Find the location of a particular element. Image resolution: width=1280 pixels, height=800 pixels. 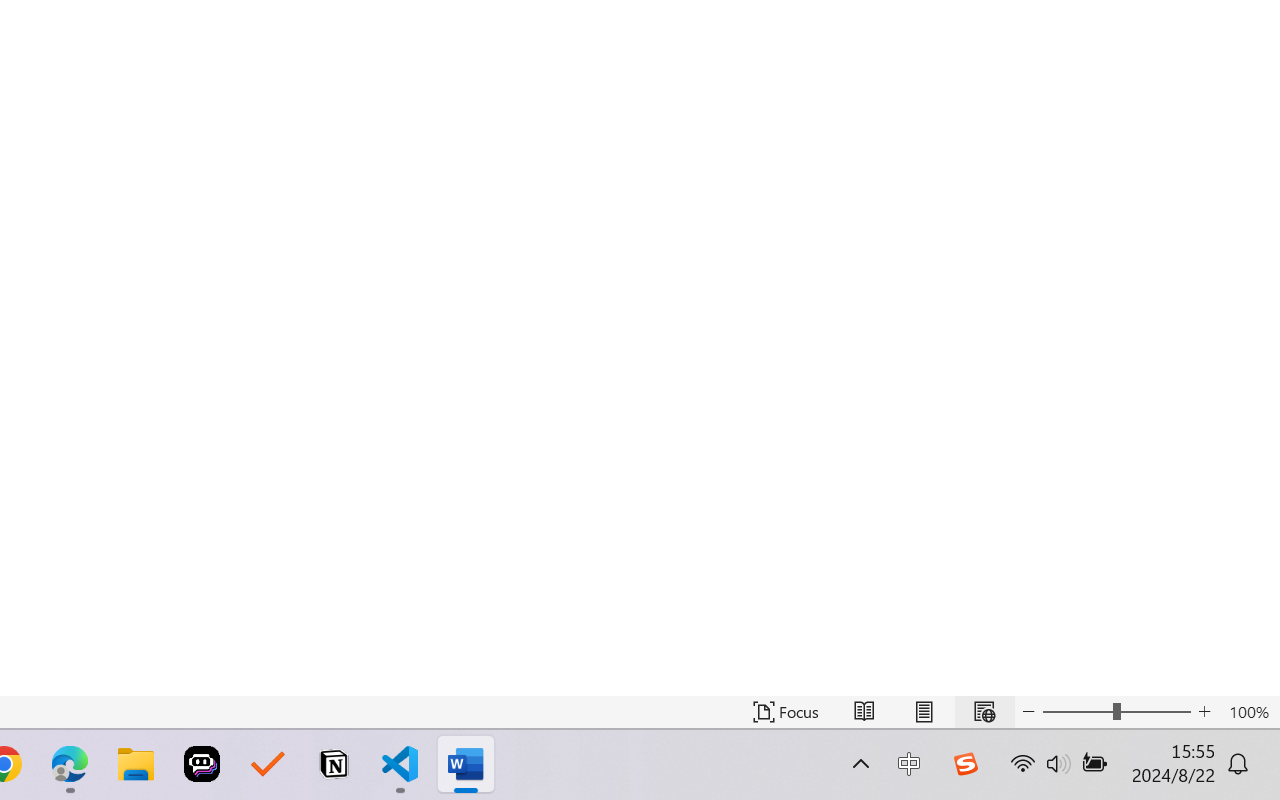

'Zoom In' is located at coordinates (1204, 711).